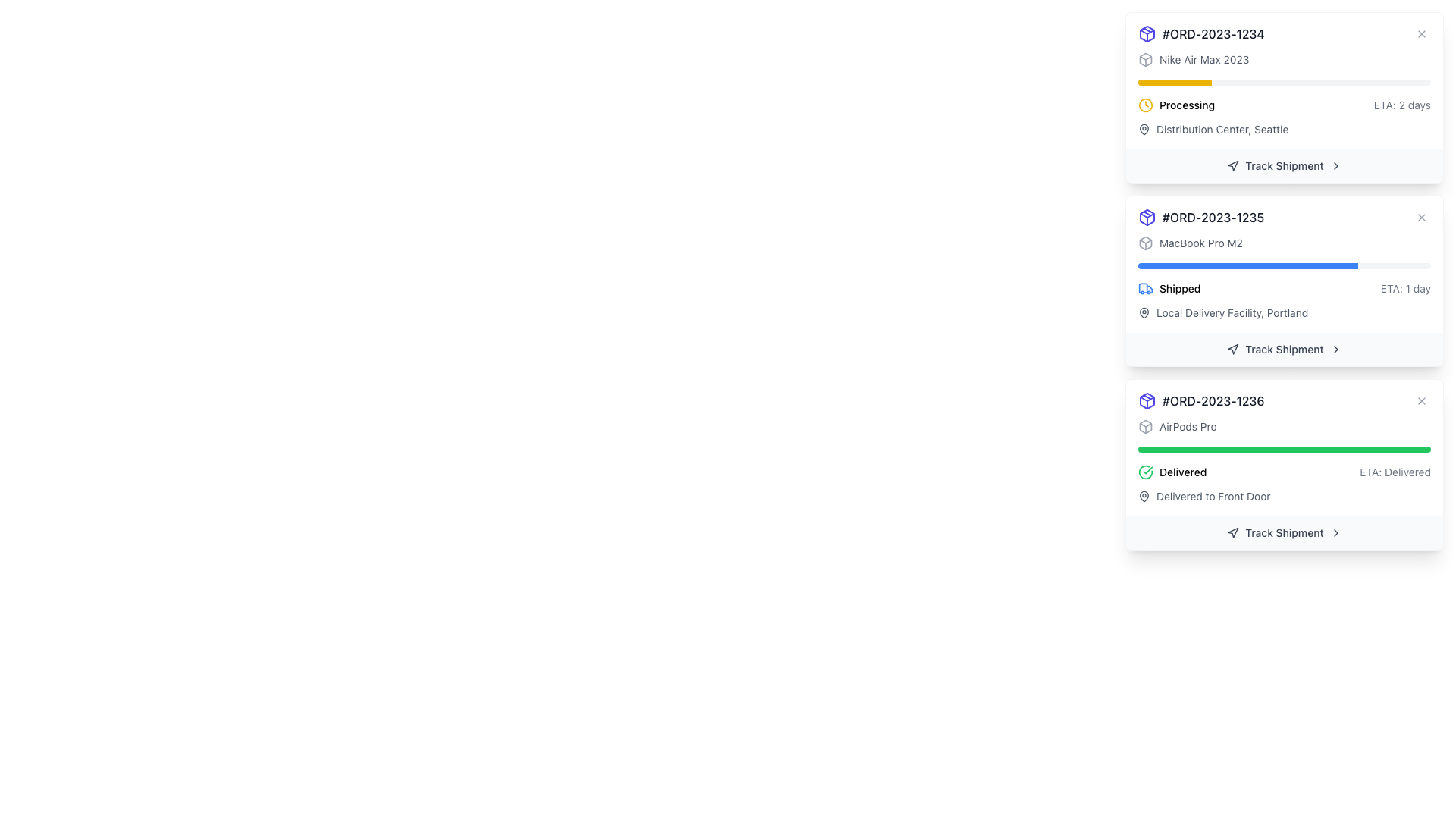 The image size is (1456, 819). What do you see at coordinates (1144, 128) in the screenshot?
I see `the location pin icon adjacent to the text 'Distribution Center, Seattle', which is part of the first card in the stacked information cards` at bounding box center [1144, 128].